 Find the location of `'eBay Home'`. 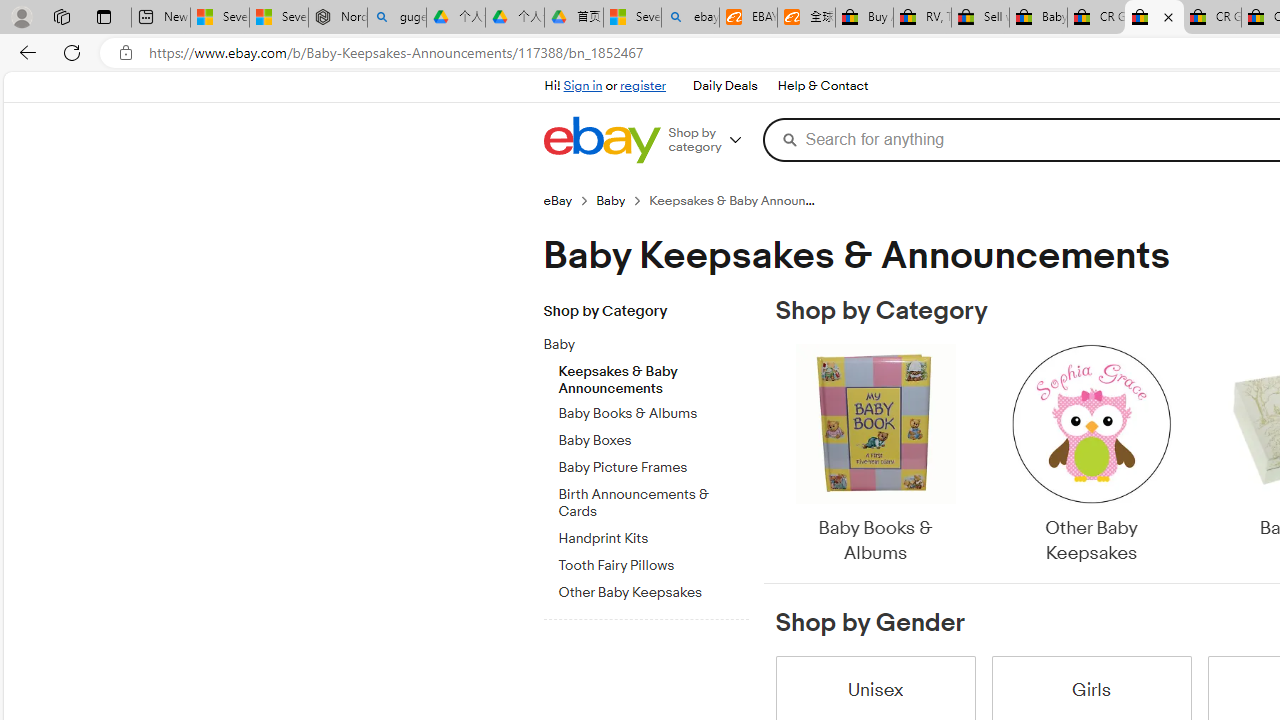

'eBay Home' is located at coordinates (600, 139).